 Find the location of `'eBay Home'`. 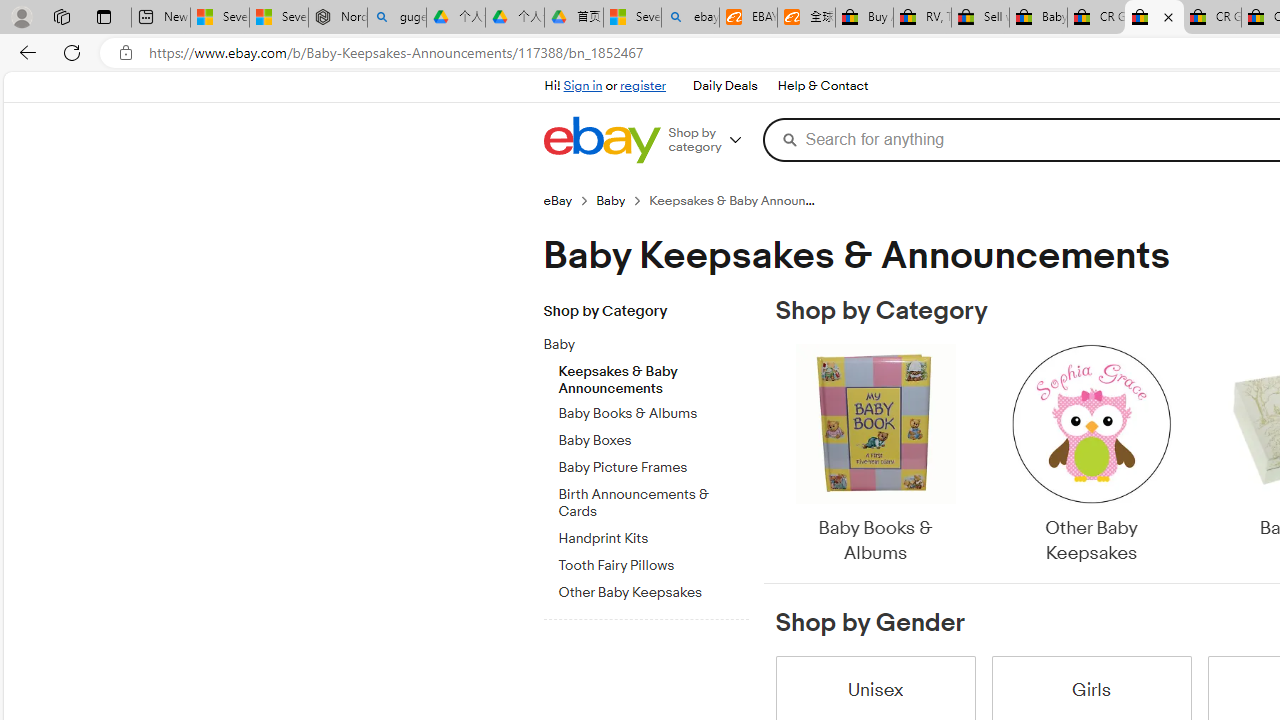

'eBay Home' is located at coordinates (600, 139).